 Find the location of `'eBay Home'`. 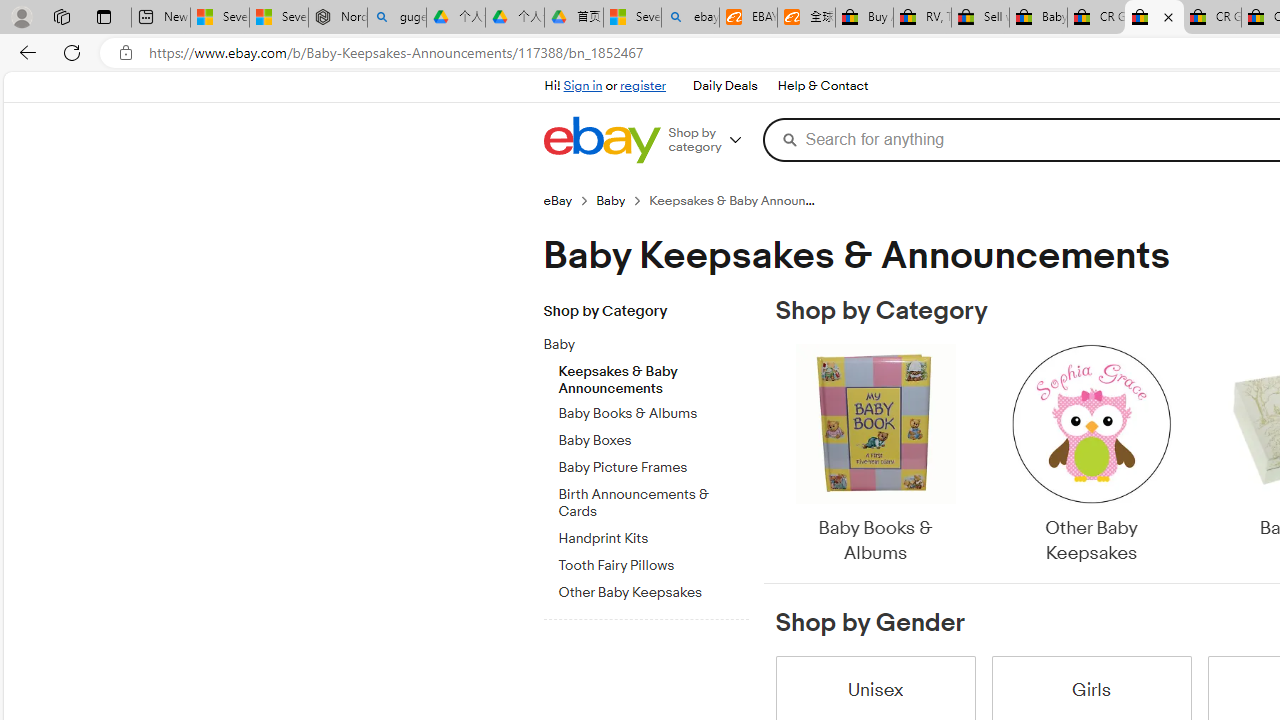

'eBay Home' is located at coordinates (600, 139).